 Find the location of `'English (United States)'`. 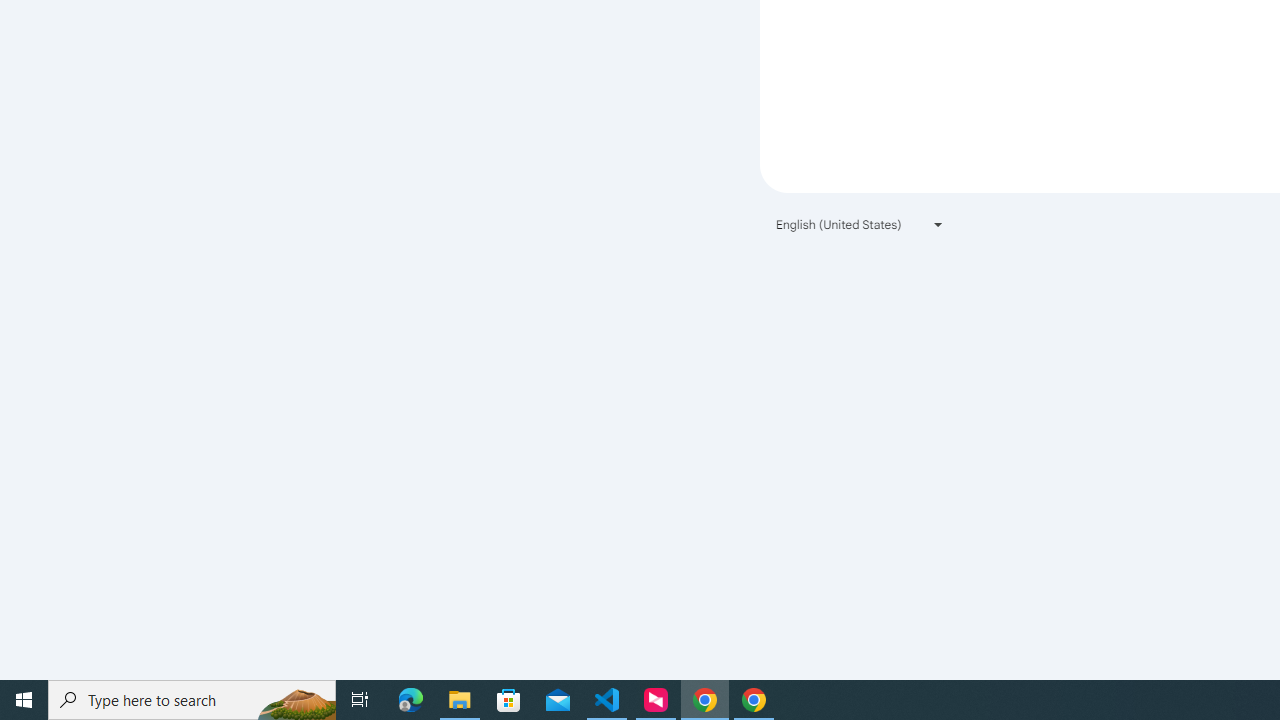

'English (United States)' is located at coordinates (860, 224).